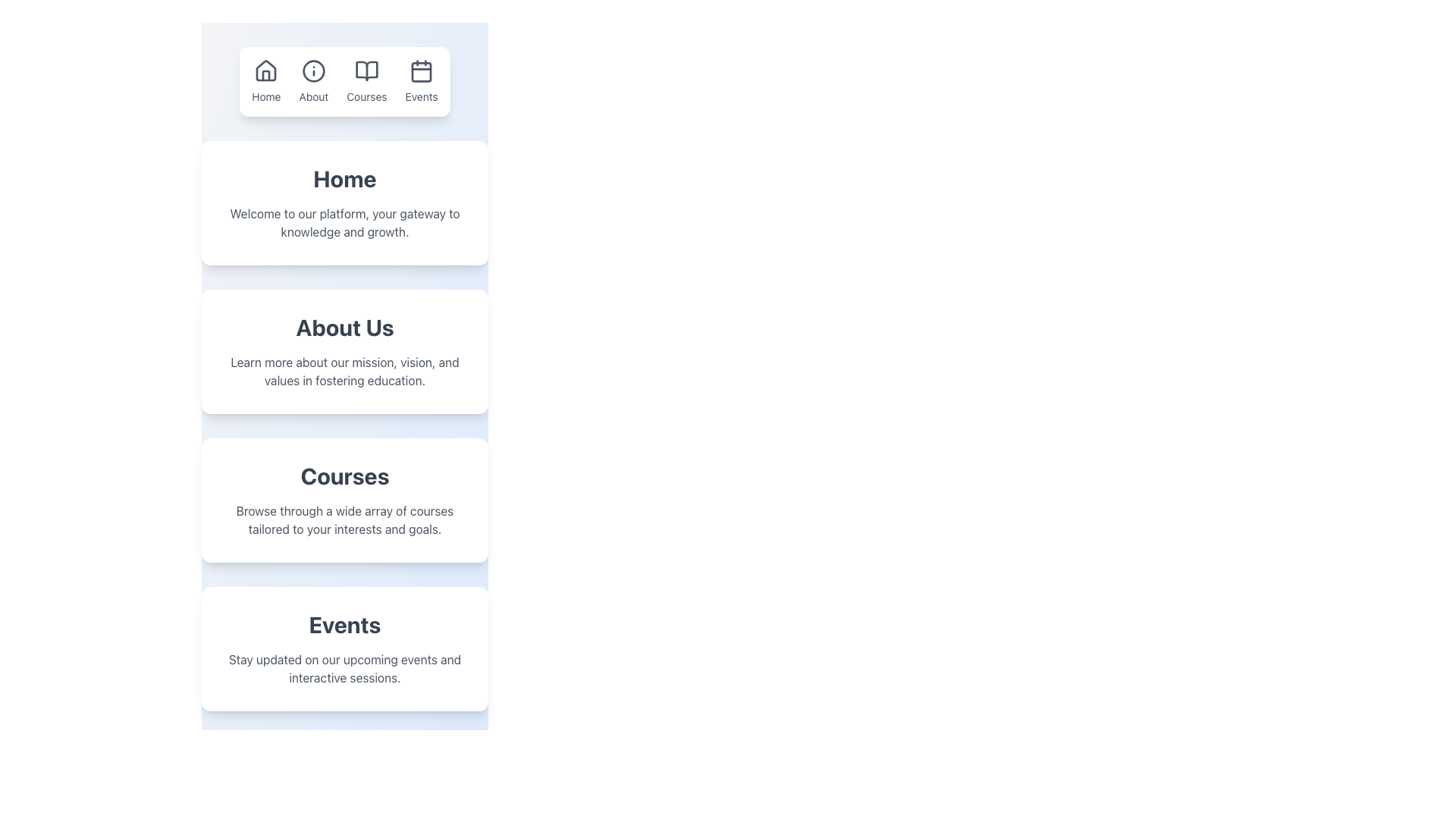  What do you see at coordinates (422, 96) in the screenshot?
I see `the 'Events' Text label in the navigation bar, which is positioned under the calendar icon and is the fourth item in the navigation sequence` at bounding box center [422, 96].